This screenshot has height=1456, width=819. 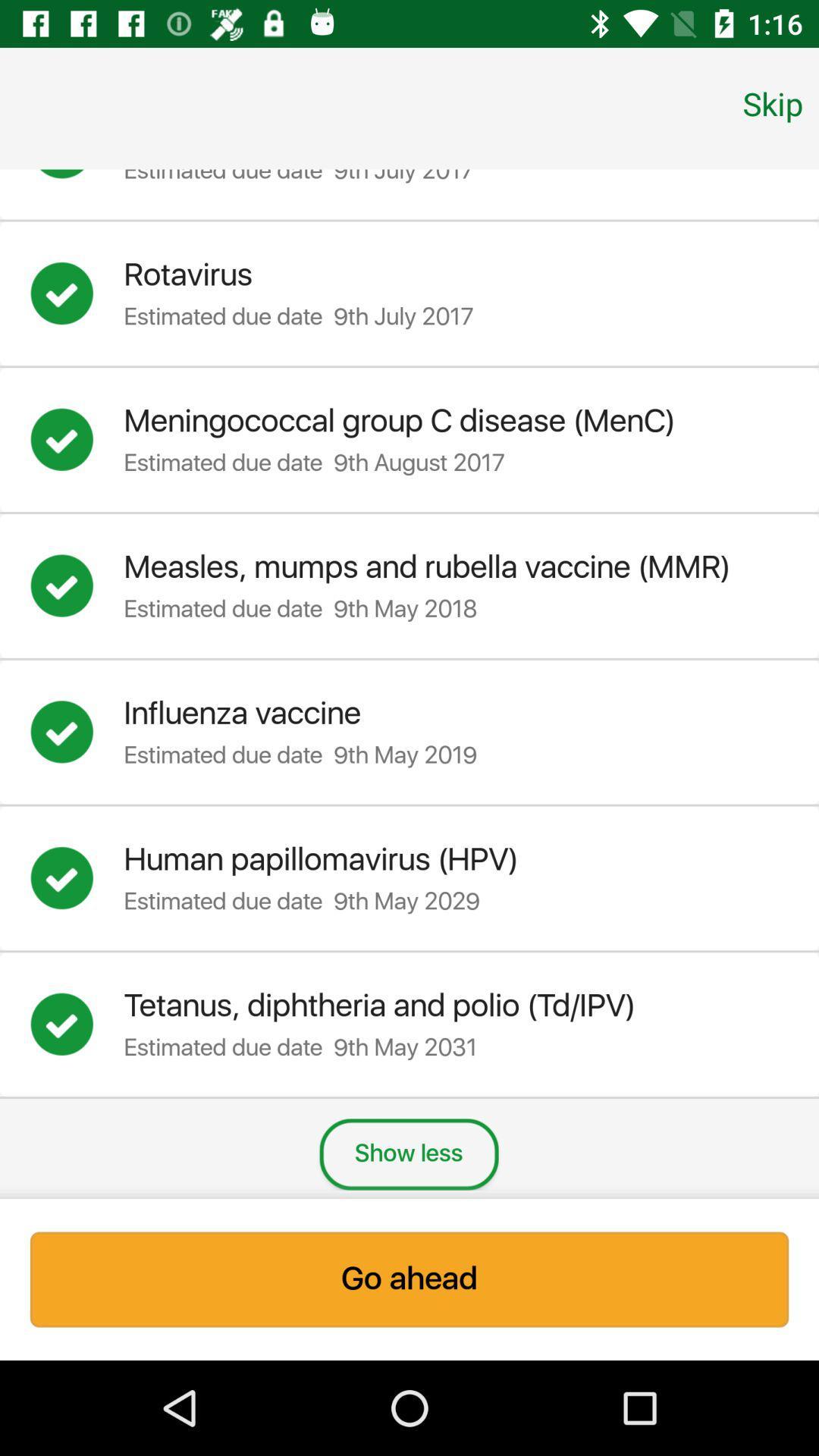 What do you see at coordinates (77, 179) in the screenshot?
I see `or de-select option` at bounding box center [77, 179].